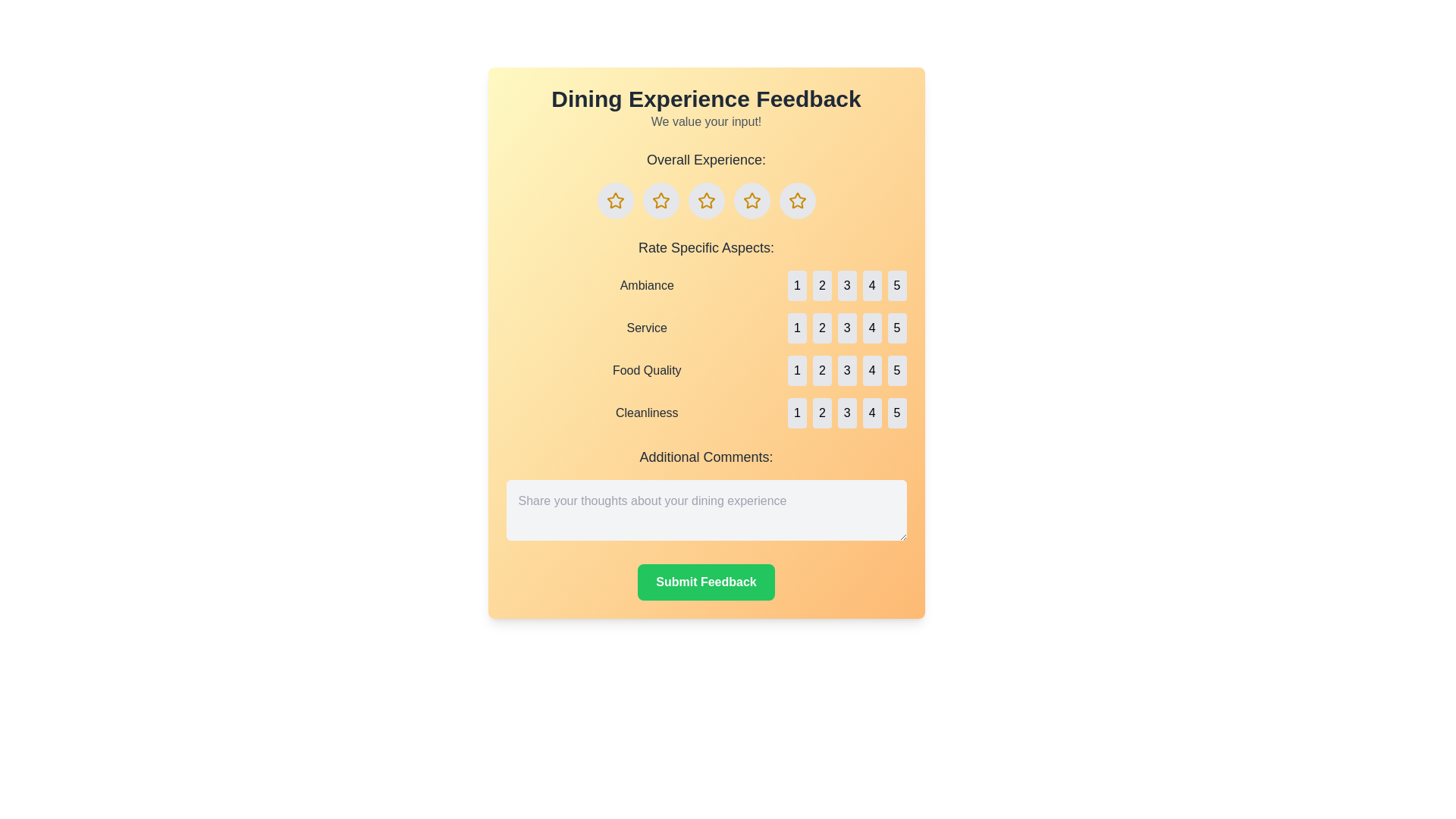  What do you see at coordinates (752, 200) in the screenshot?
I see `the fifth circular rating button with a gray background and a yellow star icon` at bounding box center [752, 200].